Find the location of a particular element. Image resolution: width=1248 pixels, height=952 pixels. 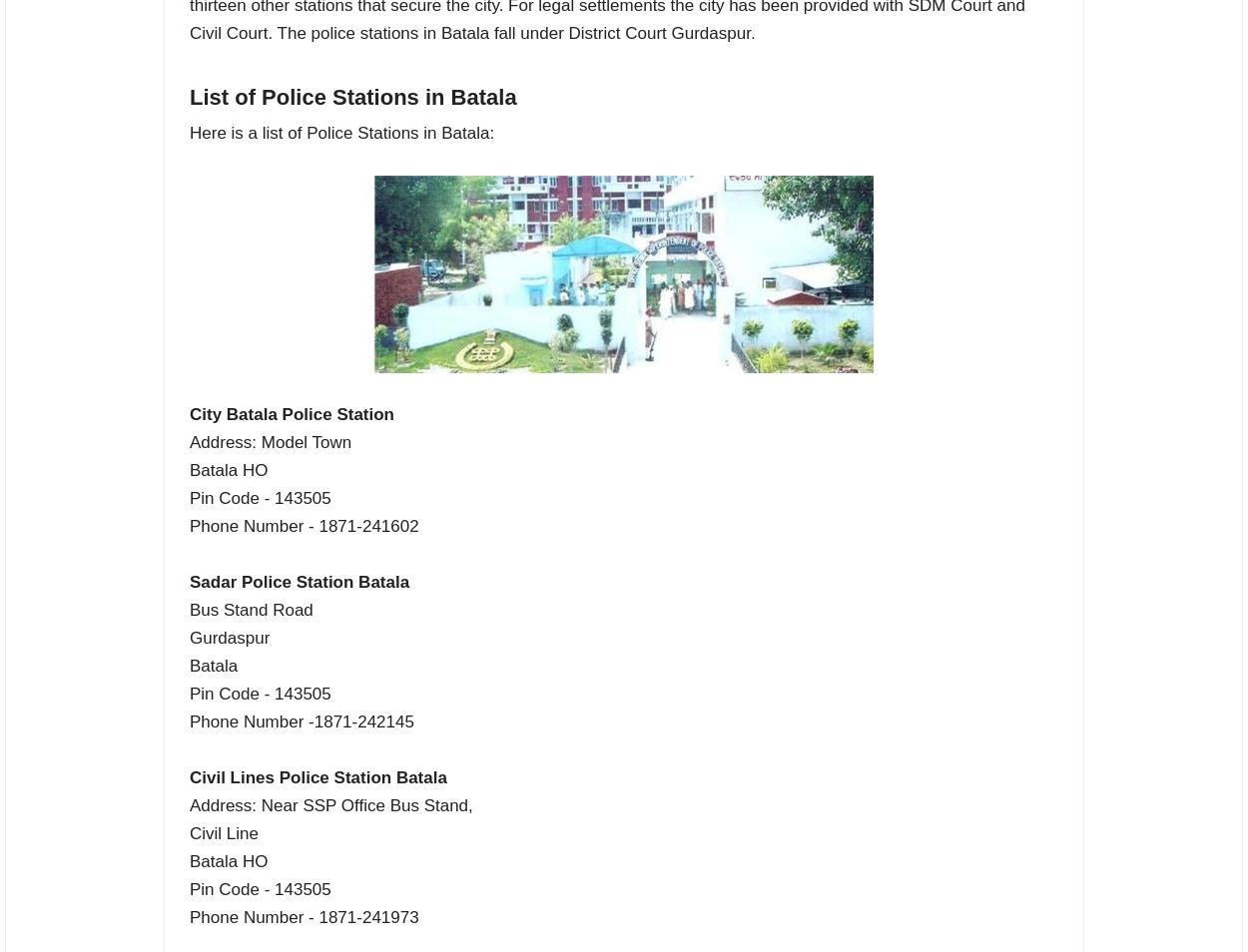

'Batala' is located at coordinates (213, 664).